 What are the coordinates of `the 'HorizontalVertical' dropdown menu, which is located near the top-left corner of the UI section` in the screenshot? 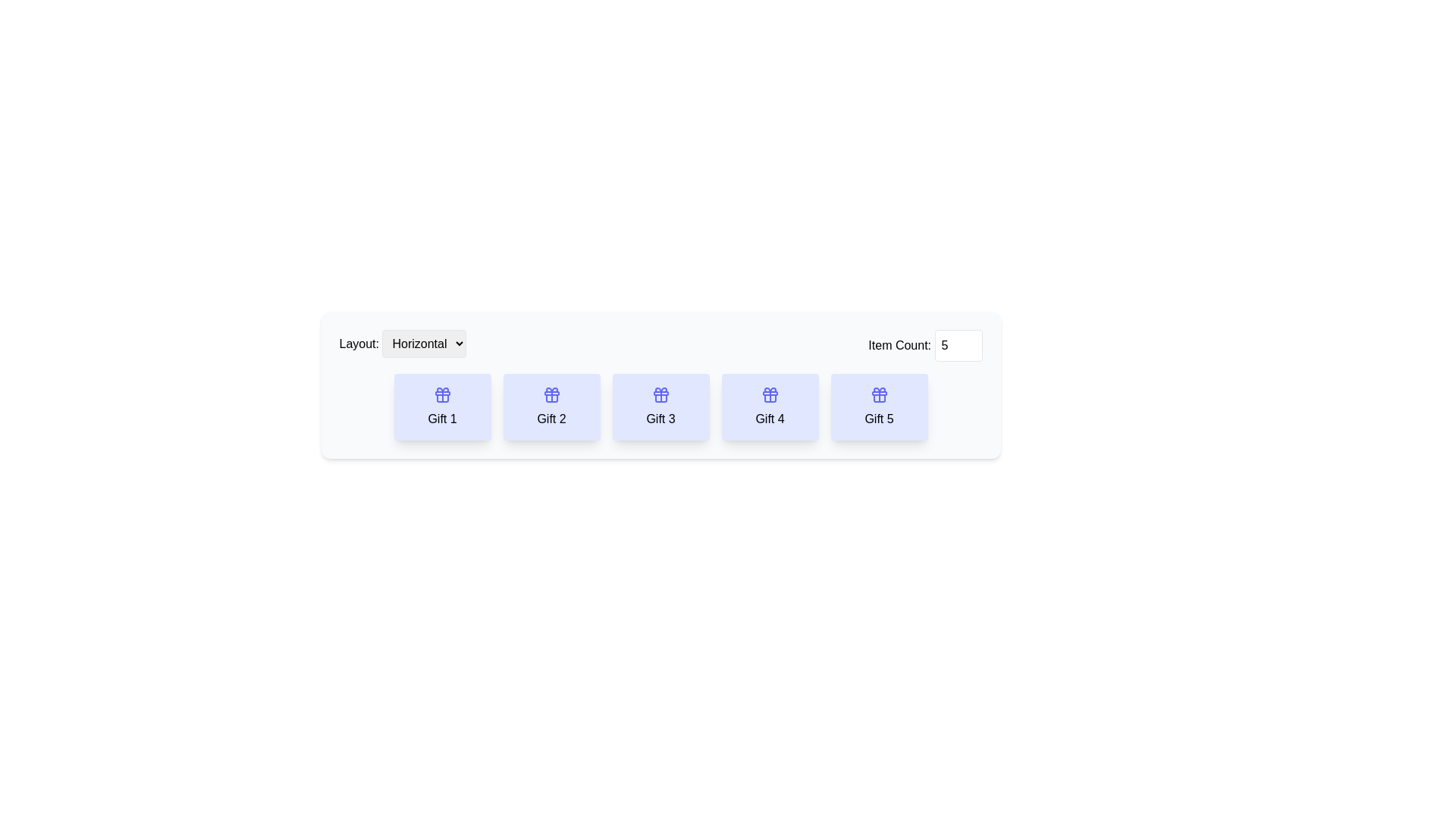 It's located at (424, 344).